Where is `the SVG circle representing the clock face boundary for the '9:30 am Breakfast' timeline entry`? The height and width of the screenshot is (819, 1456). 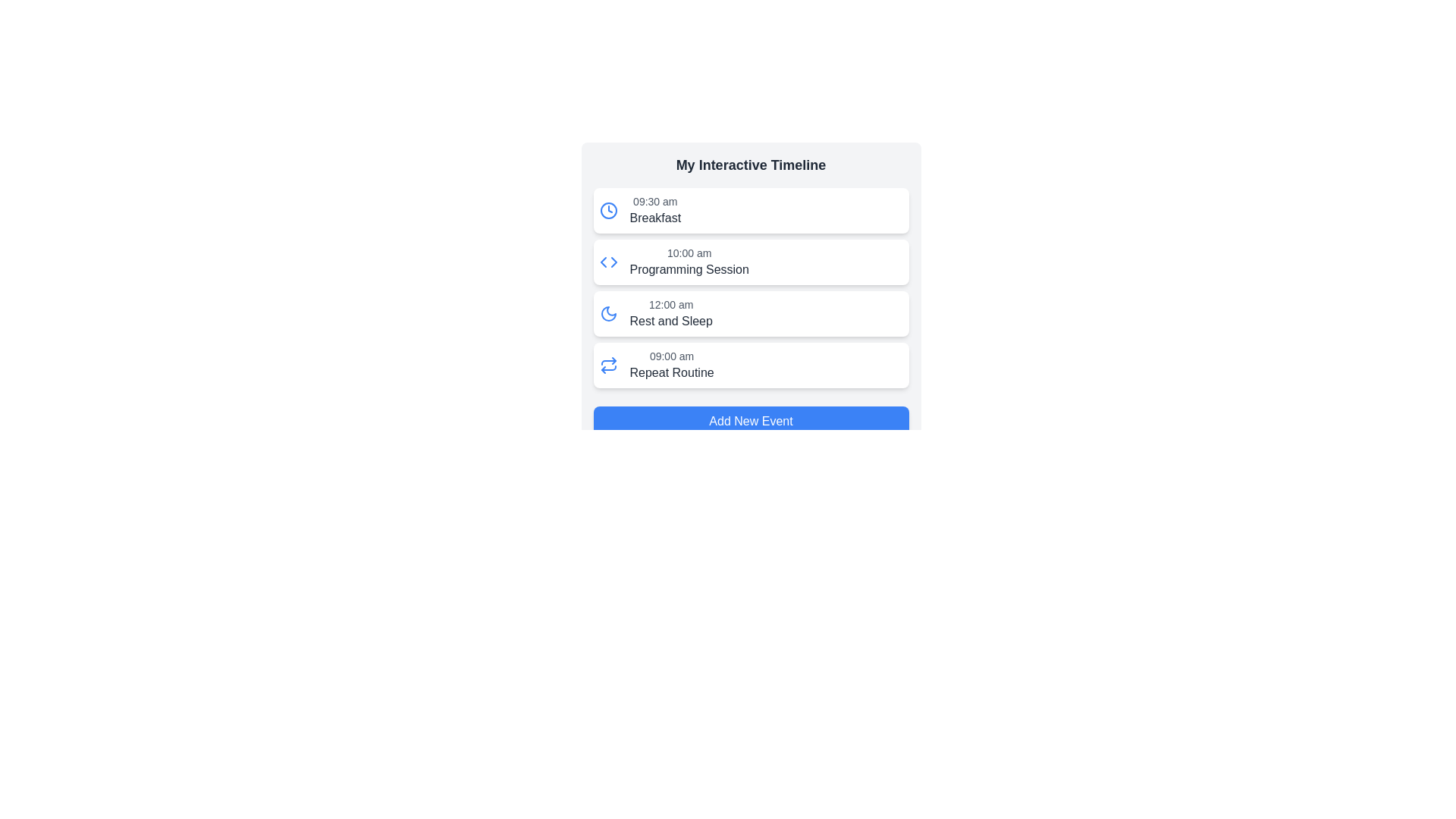
the SVG circle representing the clock face boundary for the '9:30 am Breakfast' timeline entry is located at coordinates (608, 210).